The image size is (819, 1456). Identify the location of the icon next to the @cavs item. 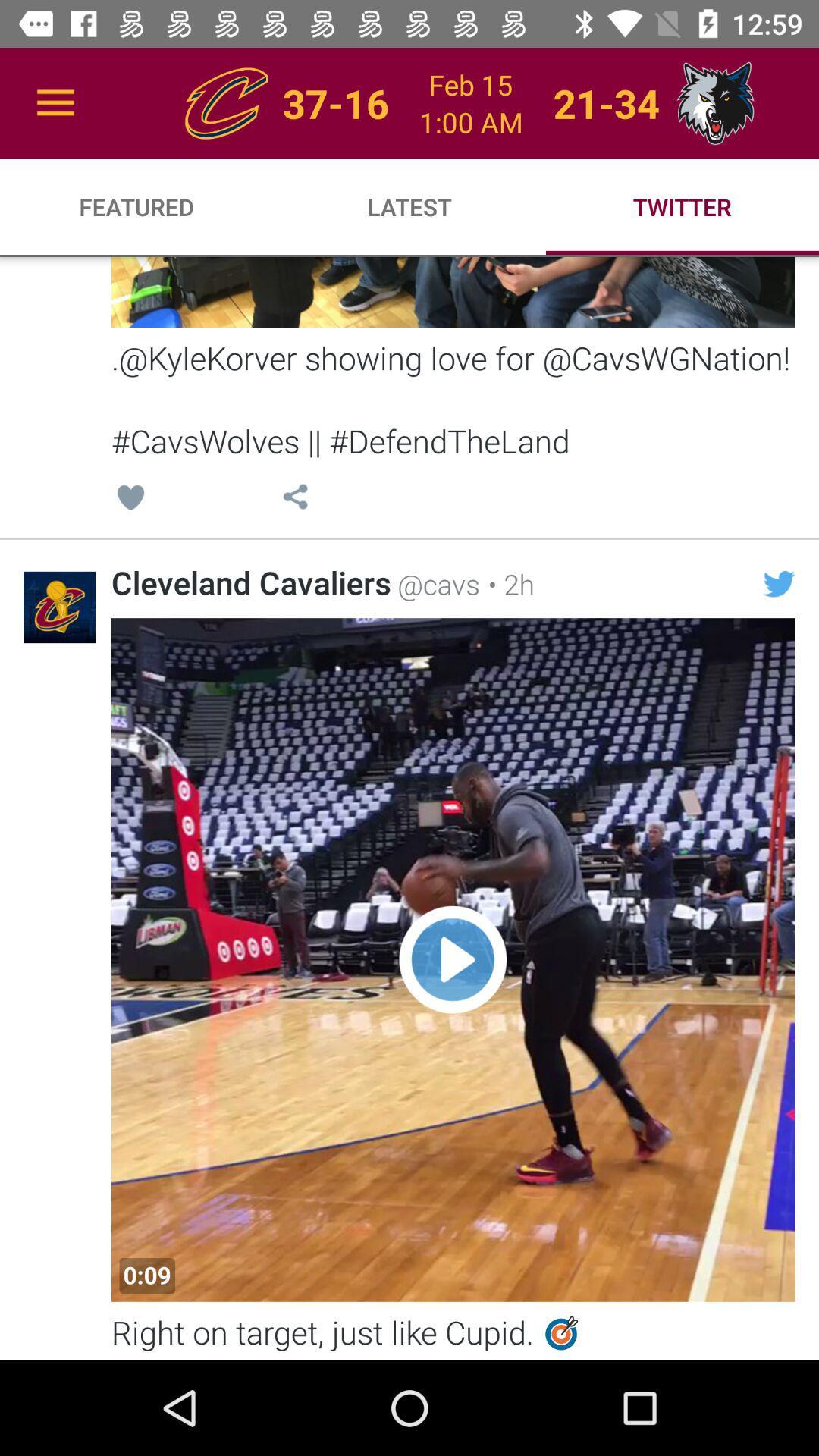
(507, 583).